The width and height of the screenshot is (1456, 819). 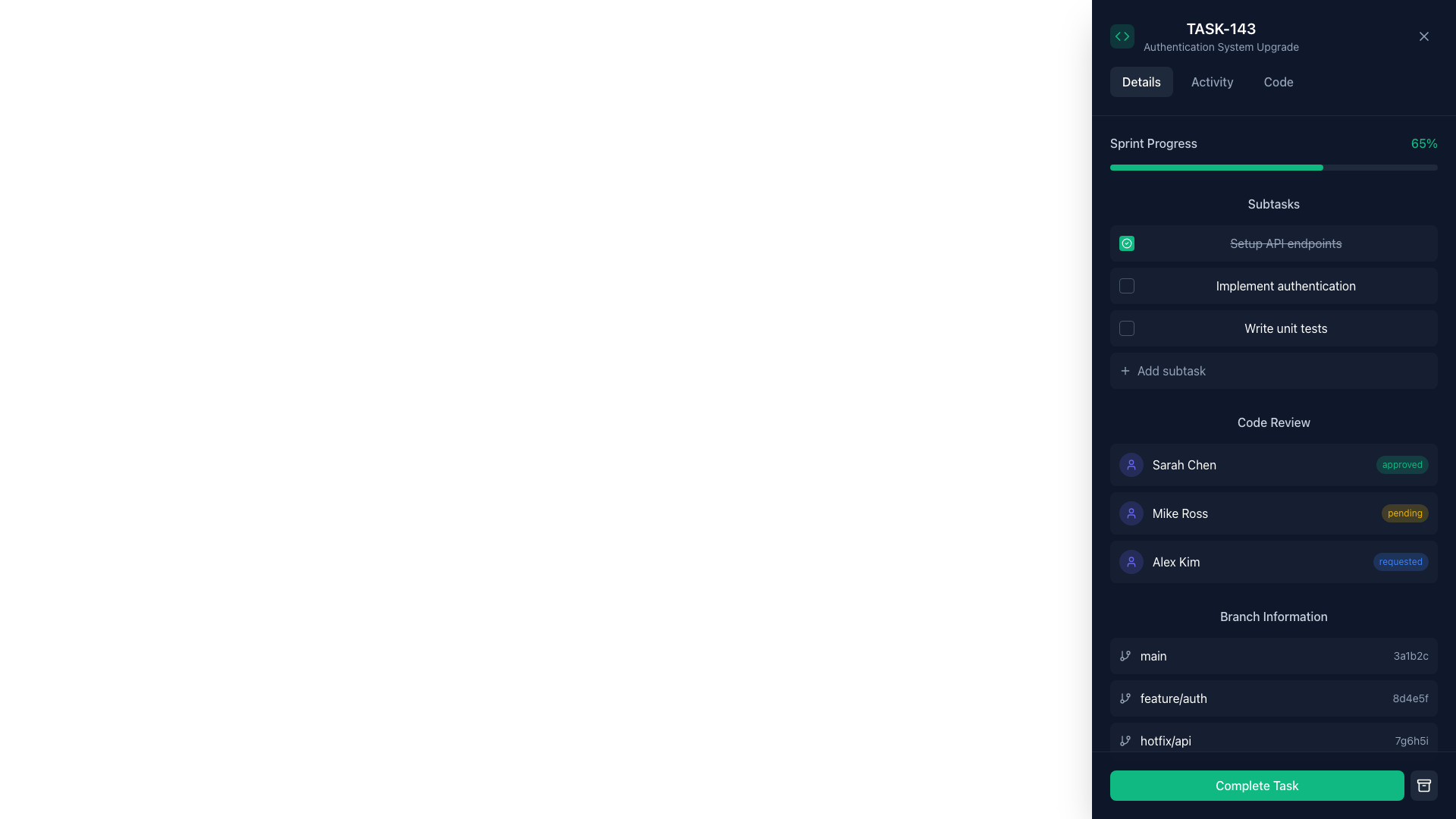 I want to click on the git branch icon located, so click(x=1125, y=654).